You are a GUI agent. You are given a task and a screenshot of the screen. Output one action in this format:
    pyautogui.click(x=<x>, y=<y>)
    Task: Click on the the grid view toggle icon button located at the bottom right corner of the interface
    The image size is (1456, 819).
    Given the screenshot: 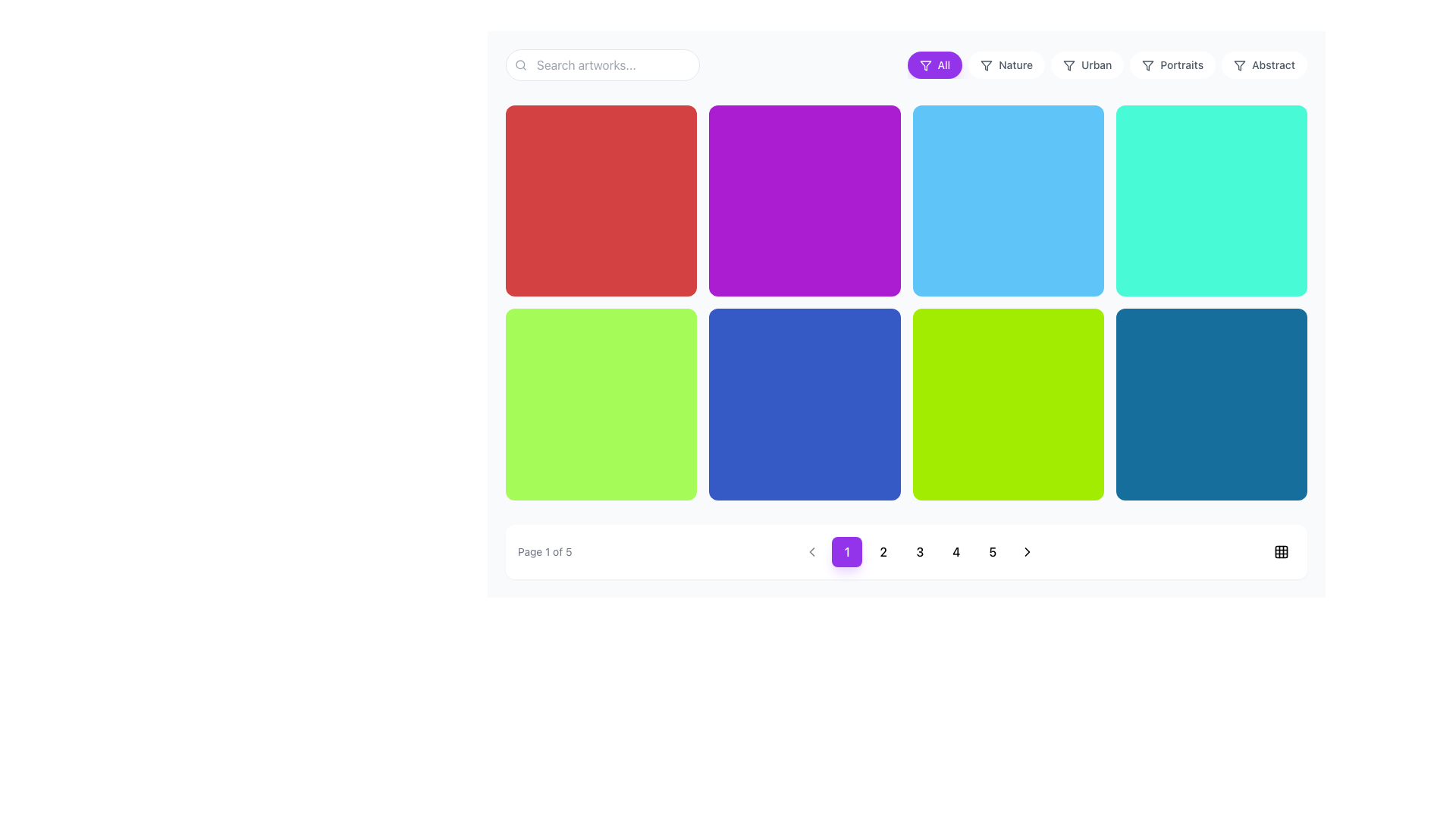 What is the action you would take?
    pyautogui.click(x=1280, y=551)
    